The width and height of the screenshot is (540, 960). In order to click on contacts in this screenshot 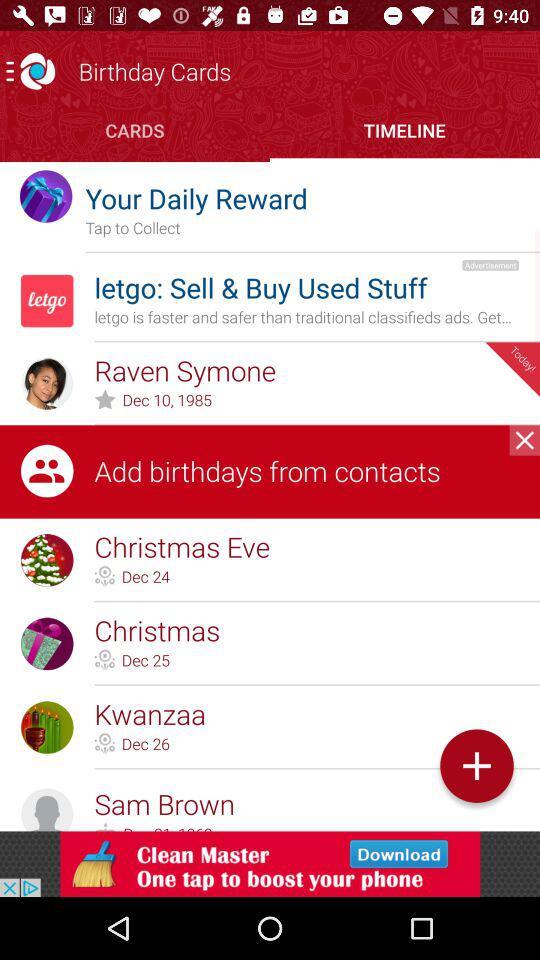, I will do `click(524, 440)`.